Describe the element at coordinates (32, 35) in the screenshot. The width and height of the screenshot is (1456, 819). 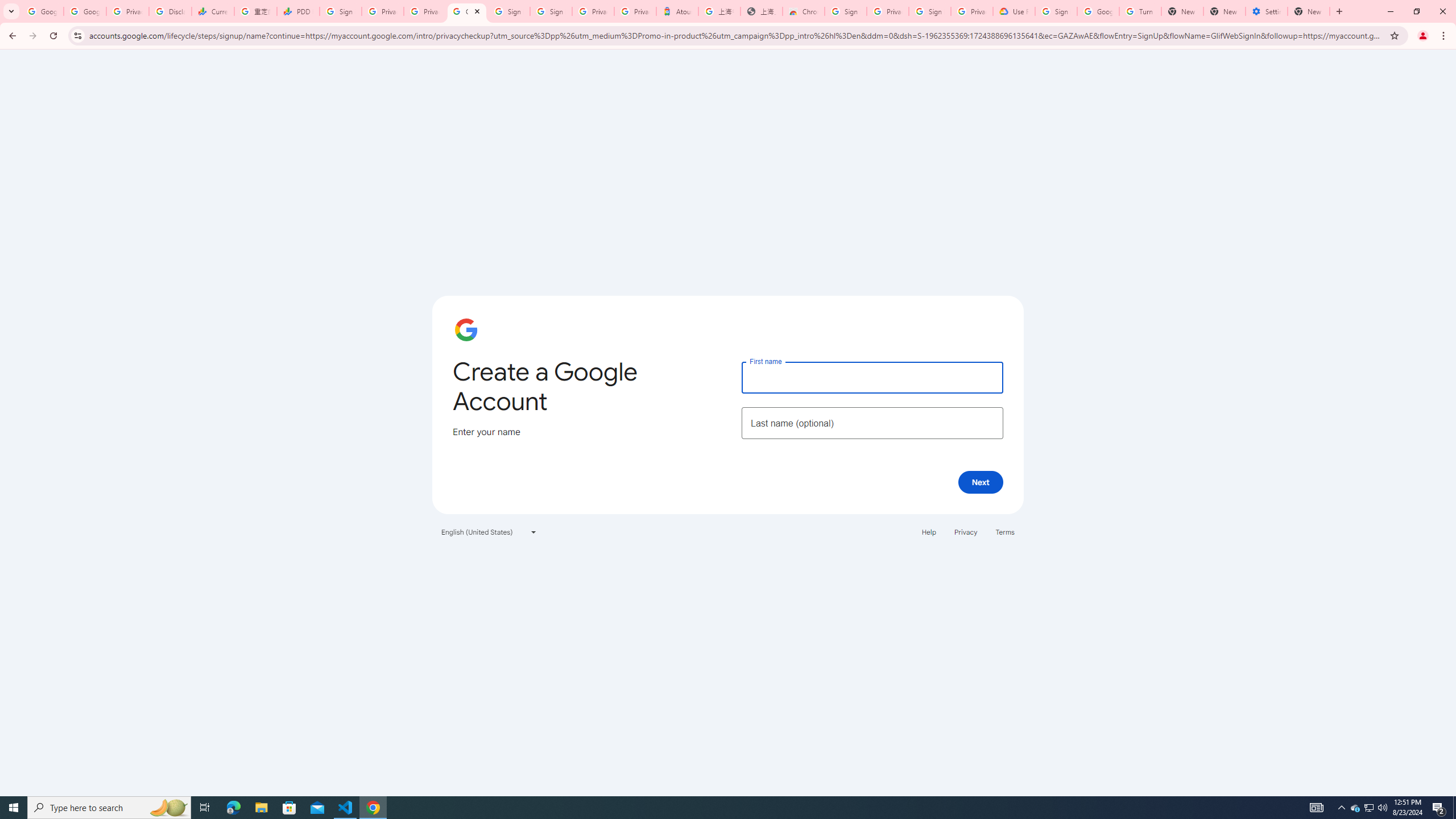
I see `'Forward'` at that location.